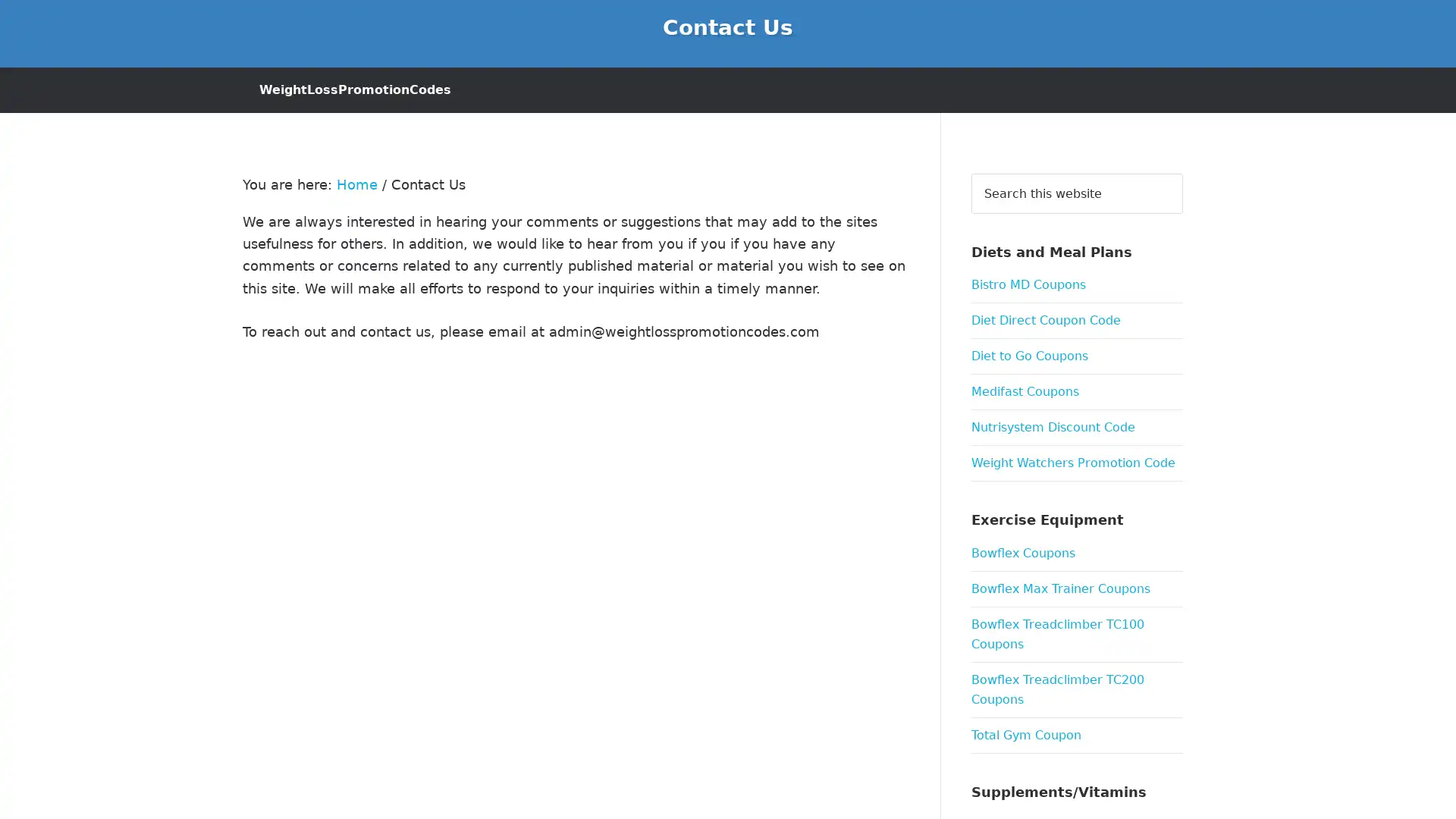 This screenshot has height=819, width=1456. Describe the element at coordinates (1181, 171) in the screenshot. I see `Search` at that location.